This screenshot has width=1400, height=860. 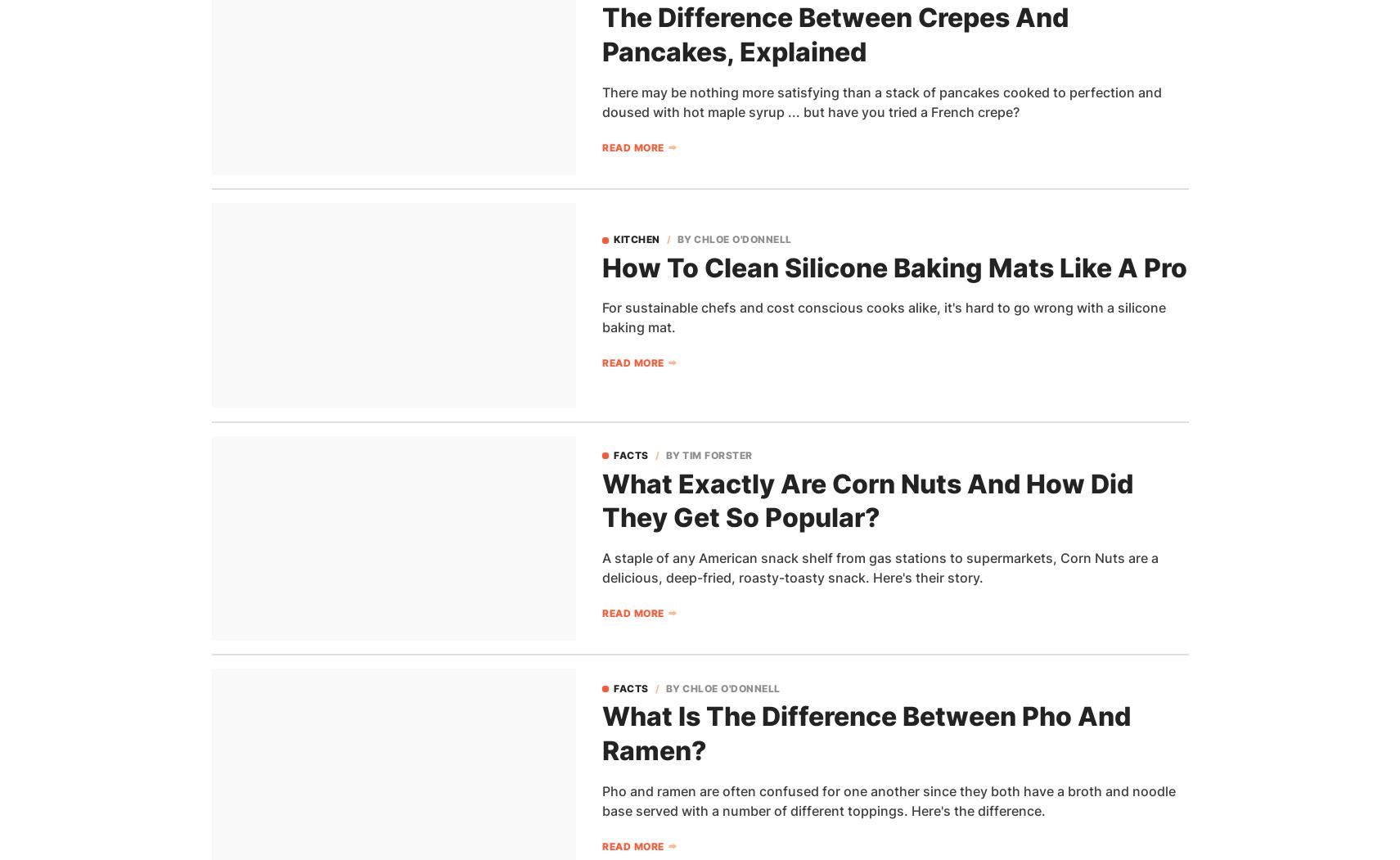 What do you see at coordinates (635, 238) in the screenshot?
I see `'Kitchen'` at bounding box center [635, 238].